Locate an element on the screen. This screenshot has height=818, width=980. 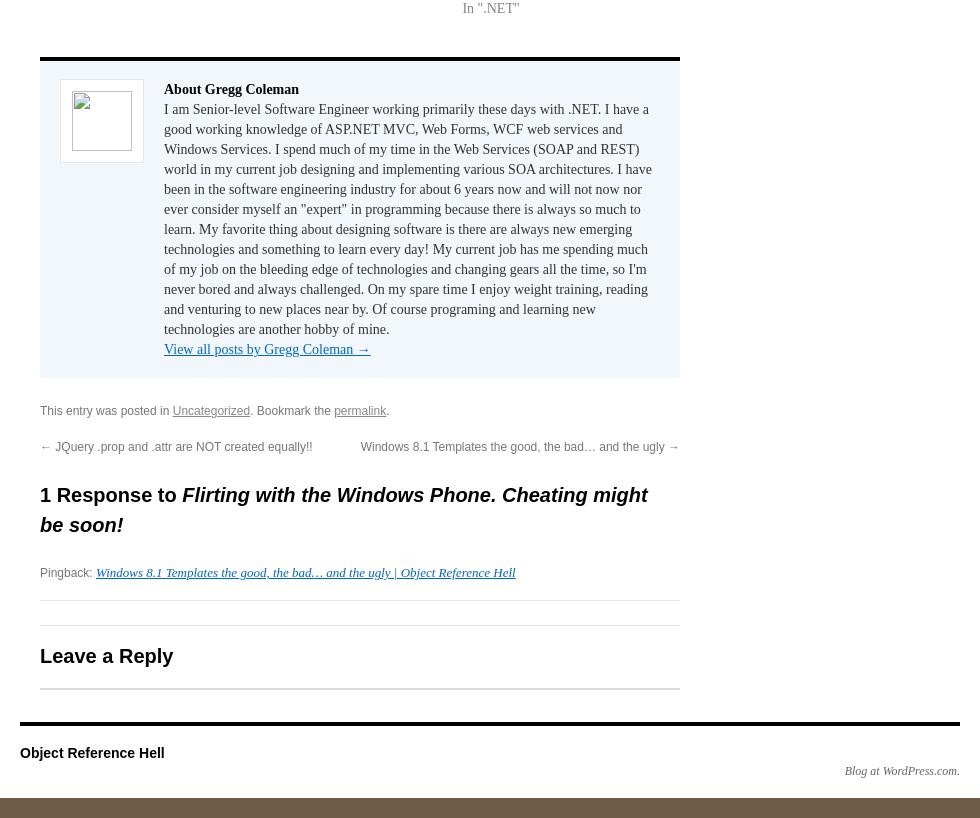
'Uncategorized' is located at coordinates (210, 409).